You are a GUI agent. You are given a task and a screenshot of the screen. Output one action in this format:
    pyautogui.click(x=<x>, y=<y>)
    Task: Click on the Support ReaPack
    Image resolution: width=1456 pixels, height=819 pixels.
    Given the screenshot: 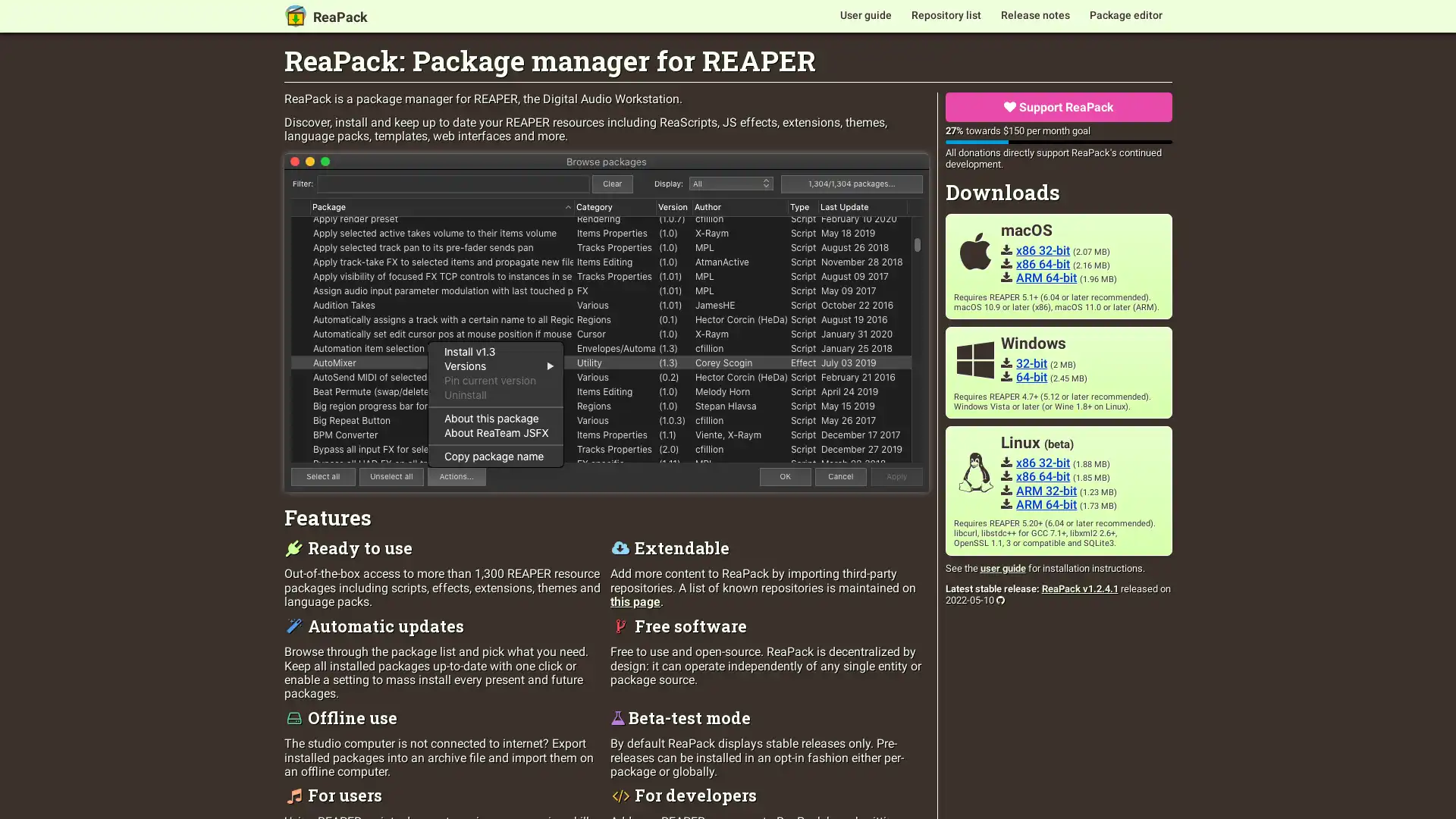 What is the action you would take?
    pyautogui.click(x=1057, y=105)
    